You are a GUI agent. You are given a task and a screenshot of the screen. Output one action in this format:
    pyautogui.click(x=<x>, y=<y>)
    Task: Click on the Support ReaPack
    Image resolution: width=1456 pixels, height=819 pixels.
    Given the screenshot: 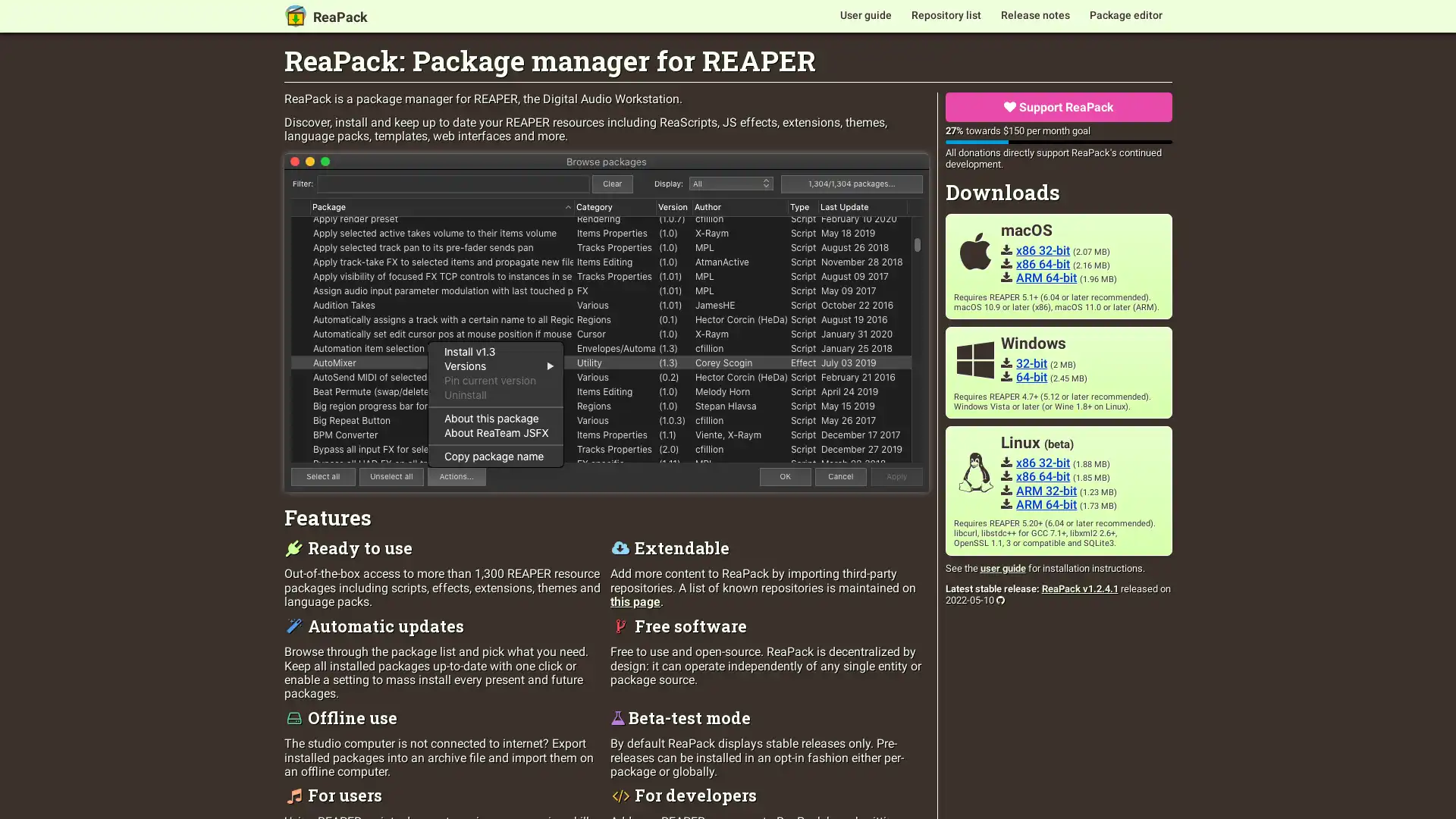 What is the action you would take?
    pyautogui.click(x=1057, y=105)
    